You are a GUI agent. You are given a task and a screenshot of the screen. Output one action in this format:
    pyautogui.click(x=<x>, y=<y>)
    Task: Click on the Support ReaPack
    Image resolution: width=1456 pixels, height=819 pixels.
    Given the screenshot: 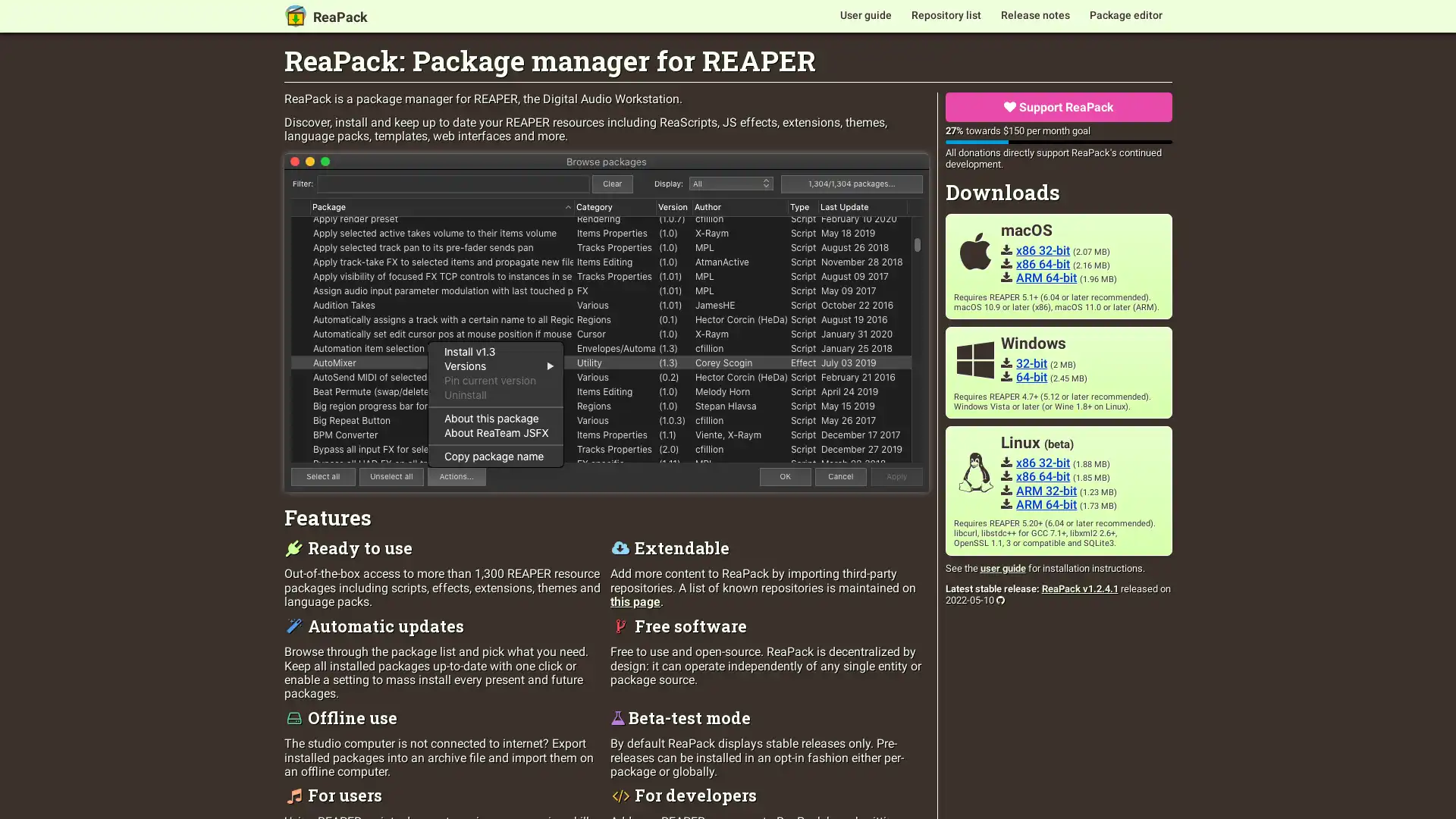 What is the action you would take?
    pyautogui.click(x=1057, y=105)
    